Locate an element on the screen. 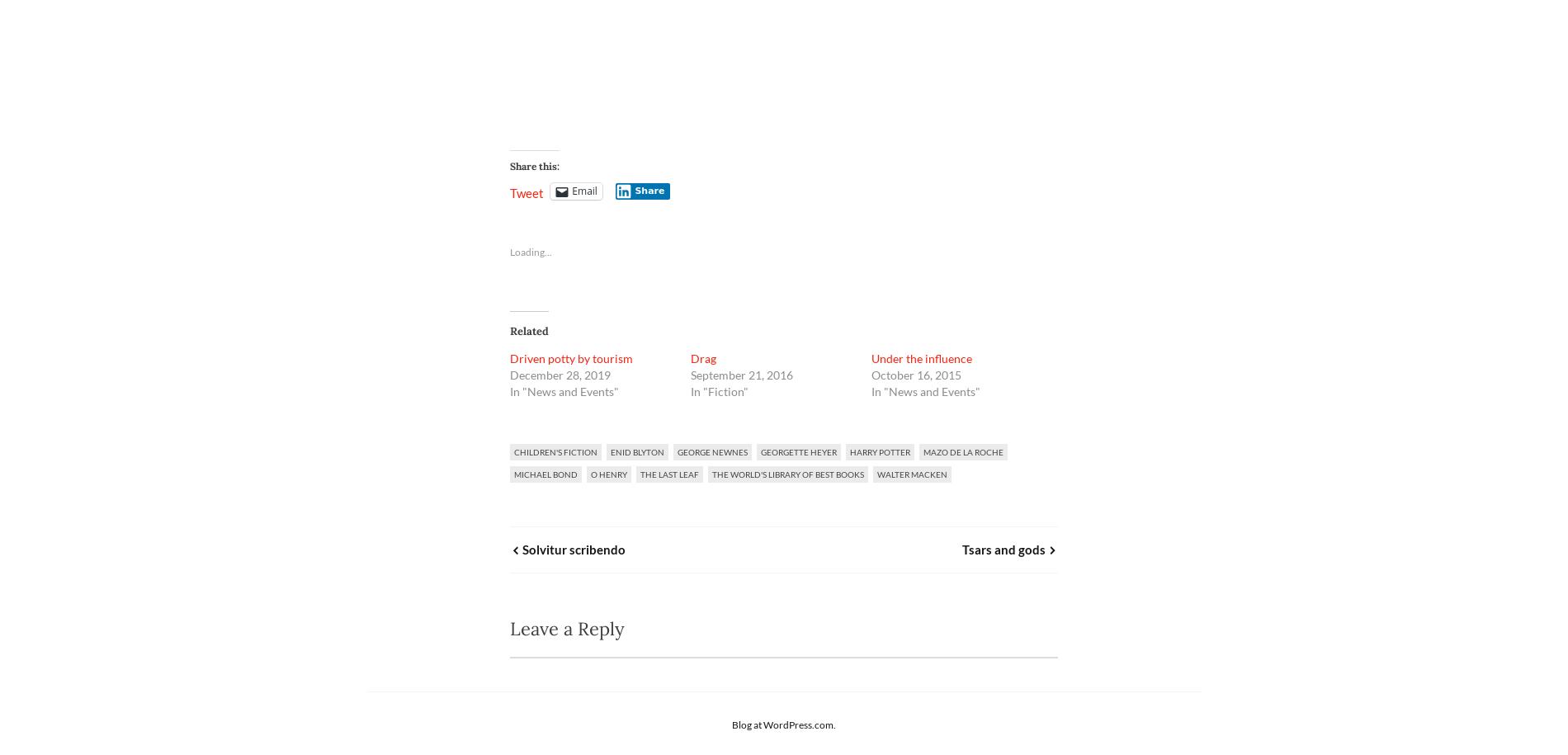  'Loading...' is located at coordinates (531, 250).